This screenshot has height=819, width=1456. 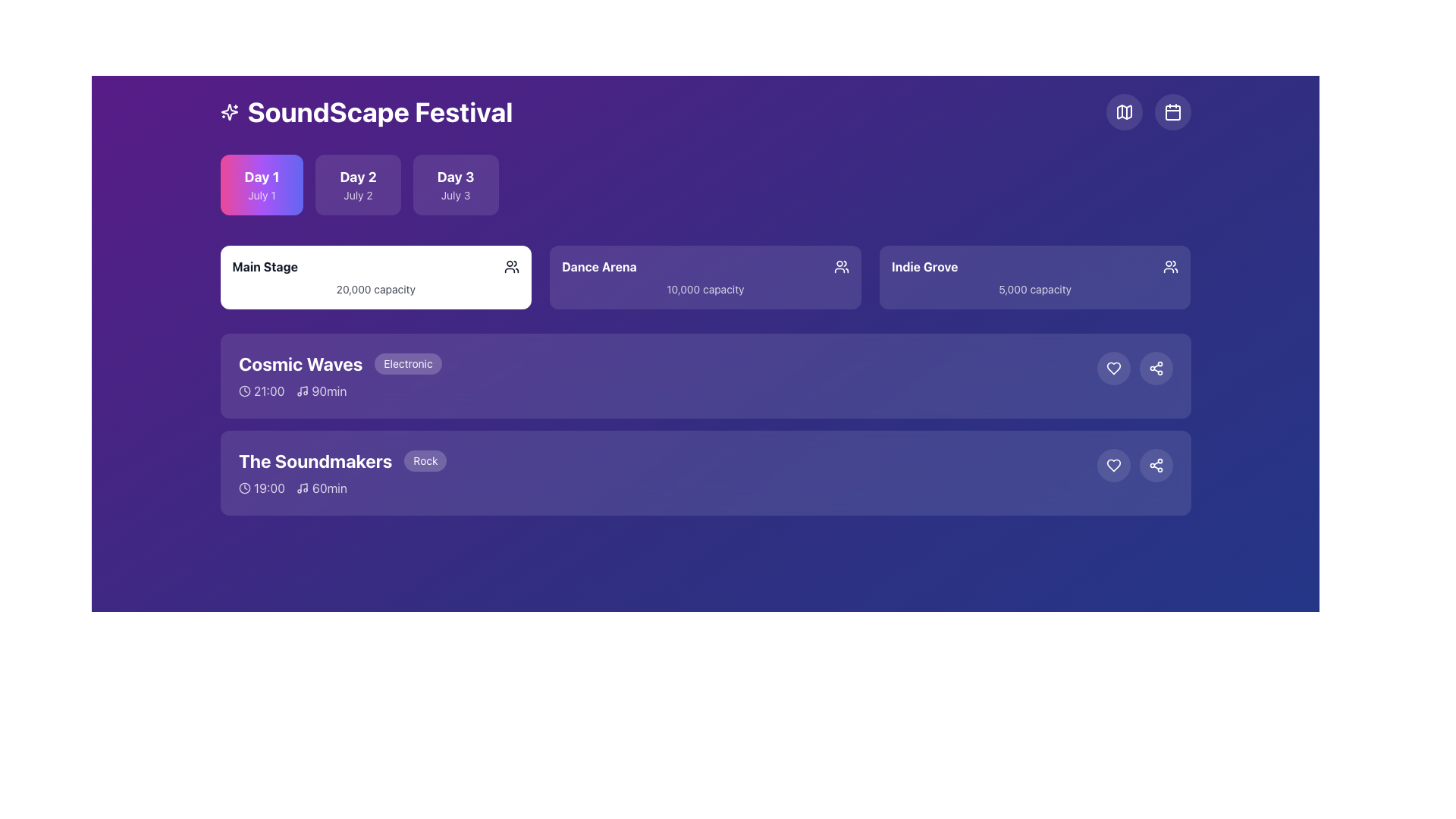 I want to click on the interactive button for selecting the schedule for 'Day 3' (July 3) to change its appearance, so click(x=455, y=184).